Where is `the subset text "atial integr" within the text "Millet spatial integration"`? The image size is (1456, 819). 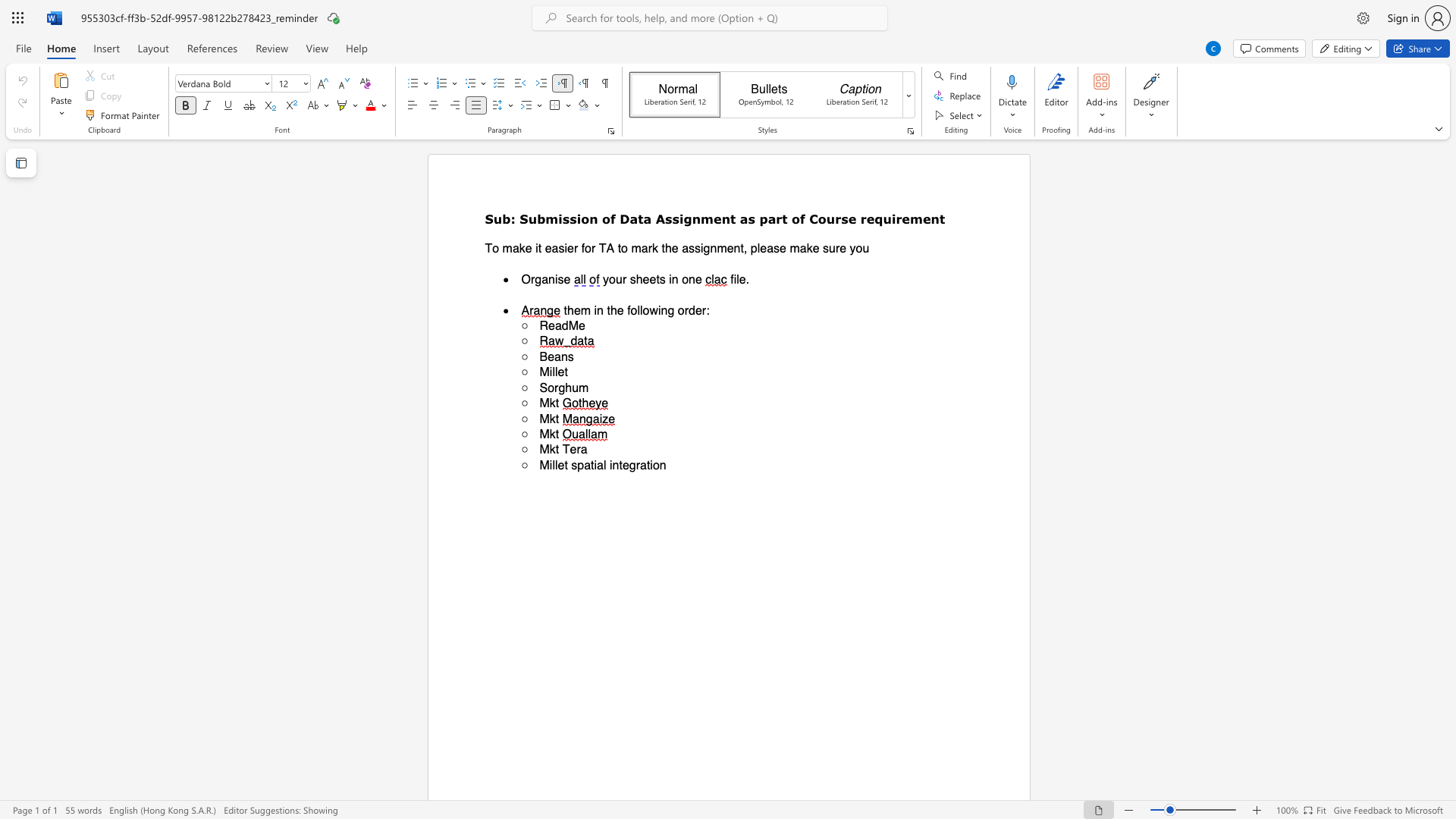
the subset text "atial integr" within the text "Millet spatial integration" is located at coordinates (583, 464).